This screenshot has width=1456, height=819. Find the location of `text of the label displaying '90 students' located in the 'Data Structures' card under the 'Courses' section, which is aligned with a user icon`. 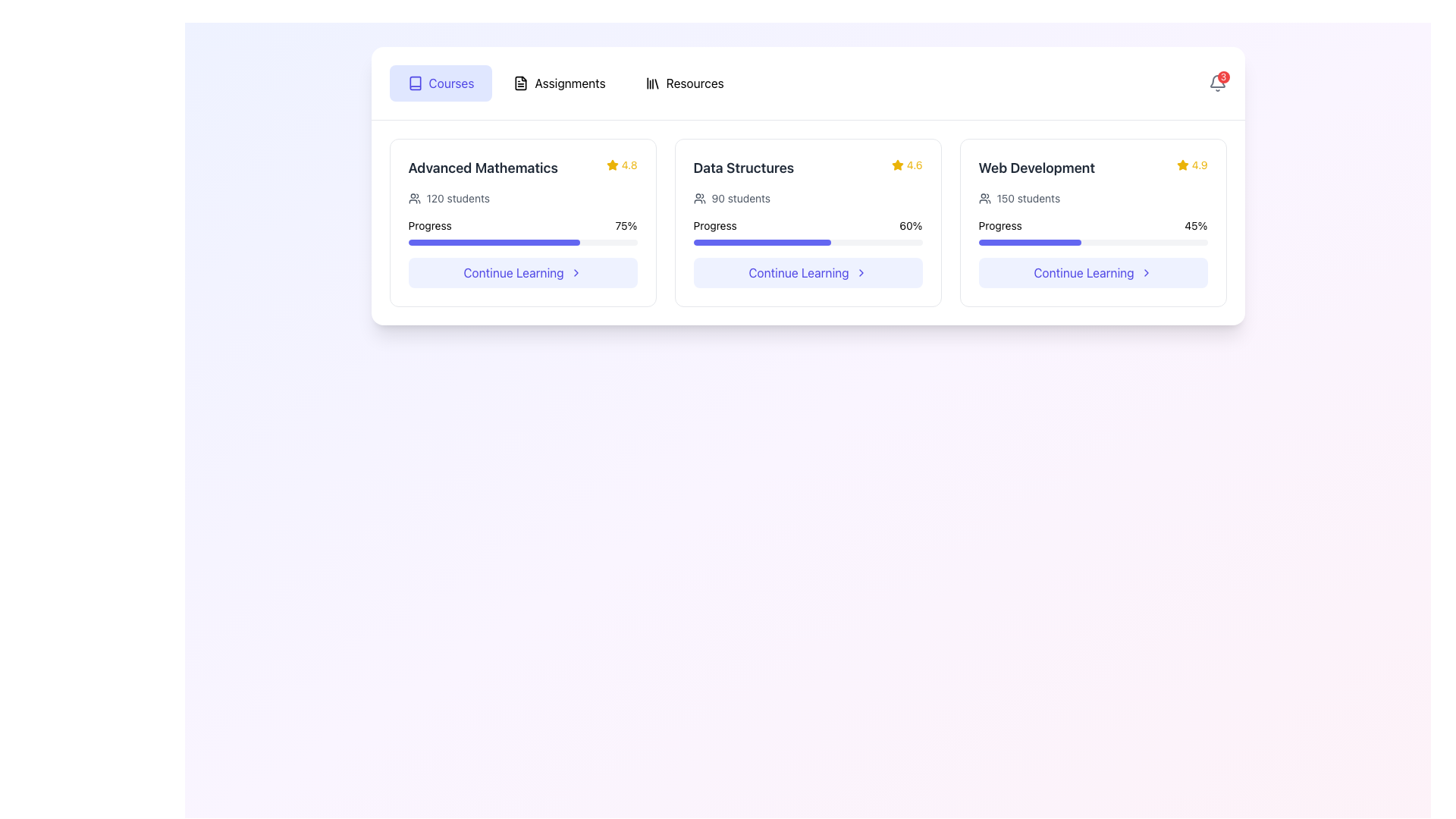

text of the label displaying '90 students' located in the 'Data Structures' card under the 'Courses' section, which is aligned with a user icon is located at coordinates (741, 198).